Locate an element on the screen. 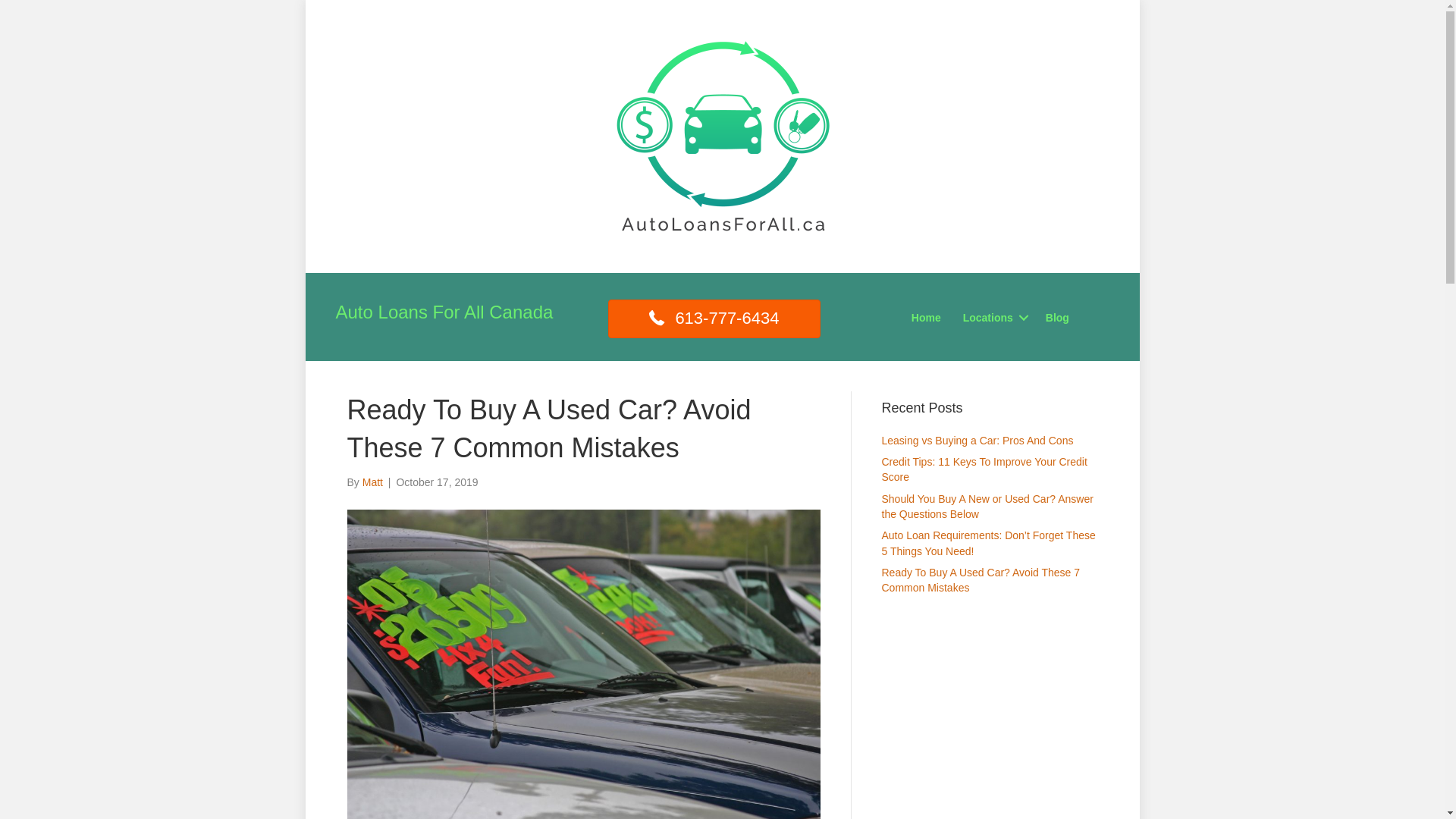 The height and width of the screenshot is (819, 1456). 'Home' is located at coordinates (925, 317).